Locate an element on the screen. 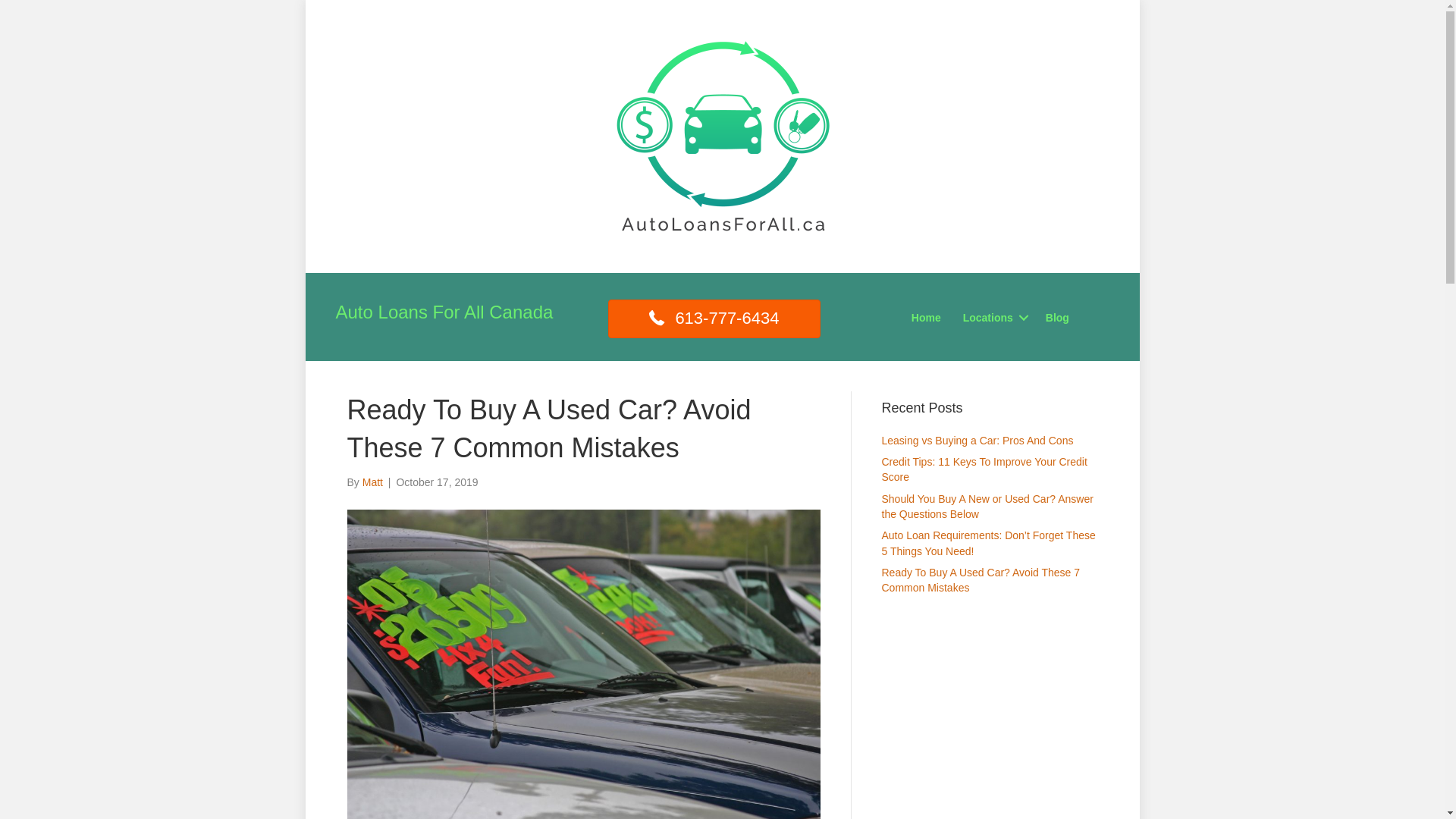 The height and width of the screenshot is (819, 1456). 'Home' is located at coordinates (925, 317).